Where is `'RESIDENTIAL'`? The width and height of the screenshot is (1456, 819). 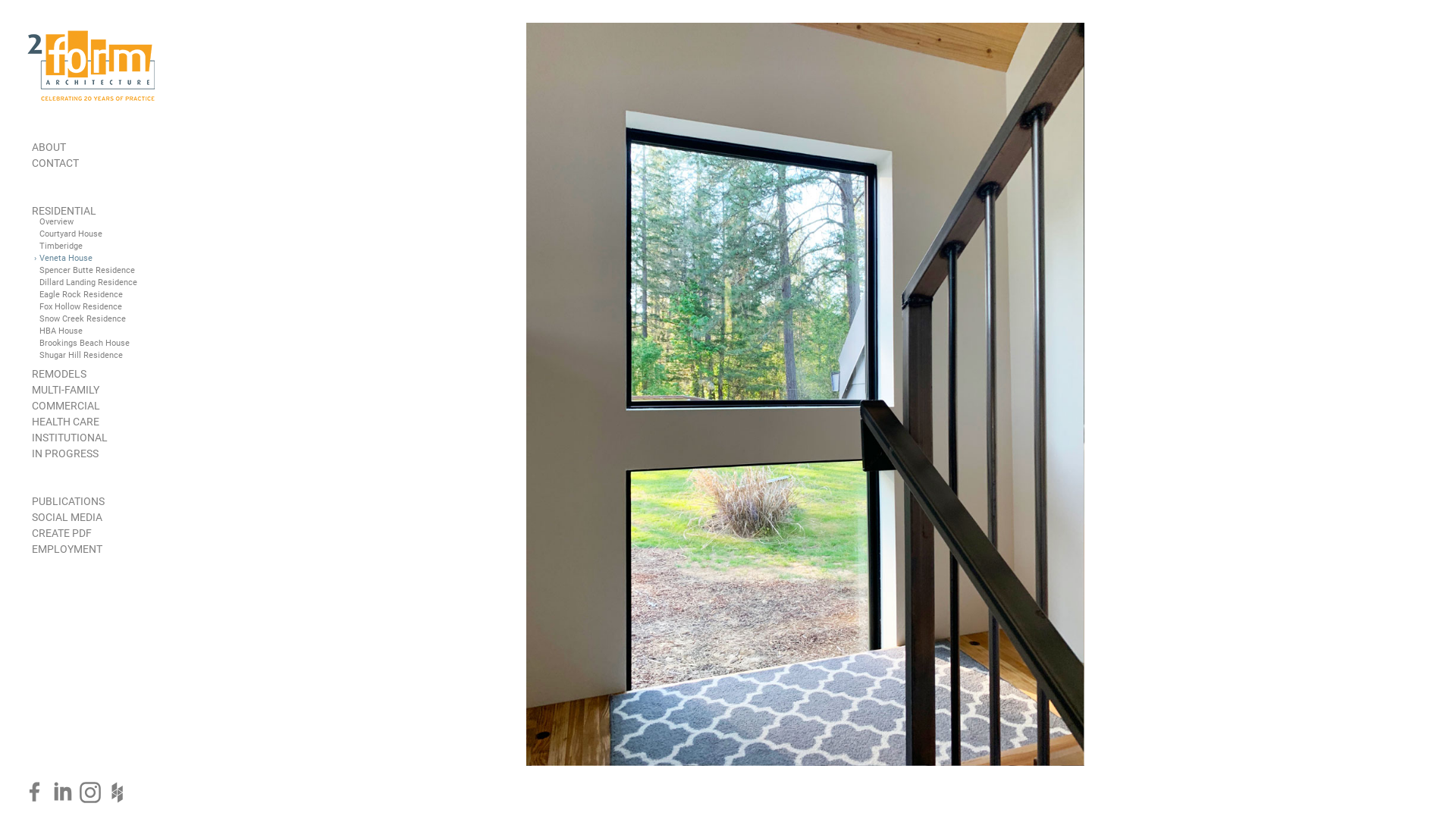
'RESIDENTIAL' is located at coordinates (63, 210).